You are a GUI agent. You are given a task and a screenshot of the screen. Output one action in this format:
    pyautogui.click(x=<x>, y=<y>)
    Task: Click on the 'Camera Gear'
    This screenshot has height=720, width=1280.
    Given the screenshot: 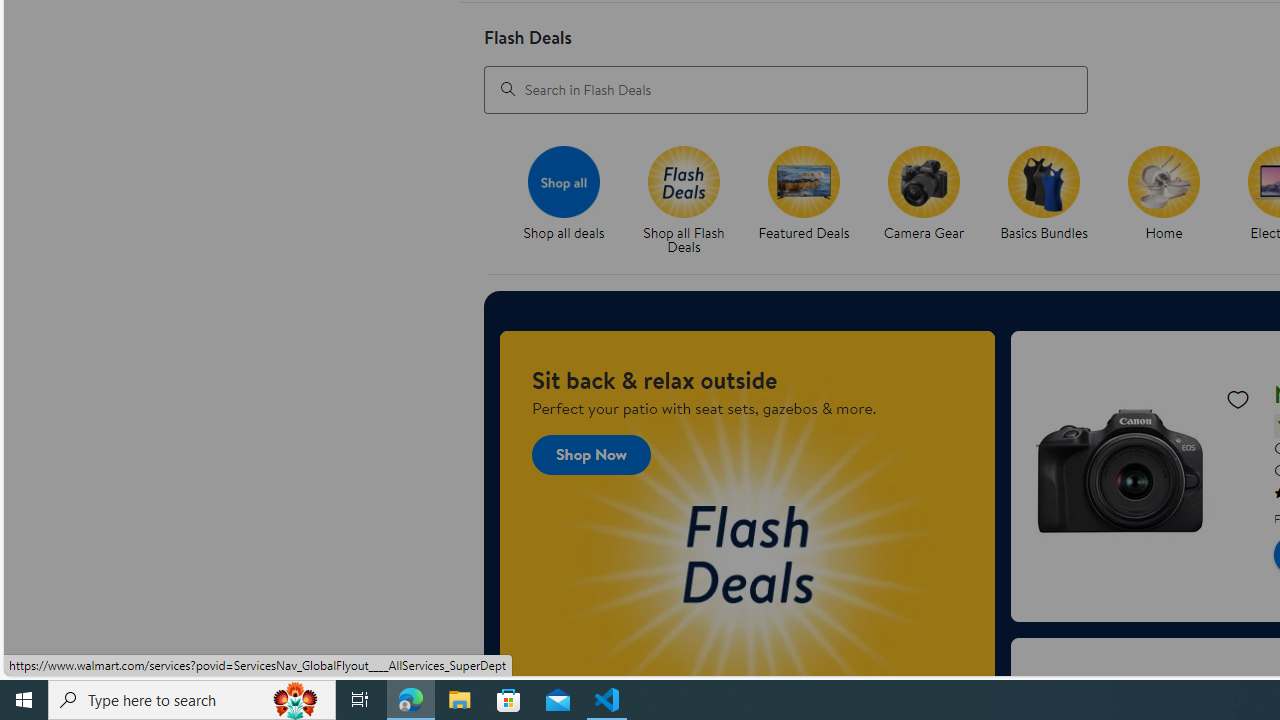 What is the action you would take?
    pyautogui.click(x=923, y=181)
    